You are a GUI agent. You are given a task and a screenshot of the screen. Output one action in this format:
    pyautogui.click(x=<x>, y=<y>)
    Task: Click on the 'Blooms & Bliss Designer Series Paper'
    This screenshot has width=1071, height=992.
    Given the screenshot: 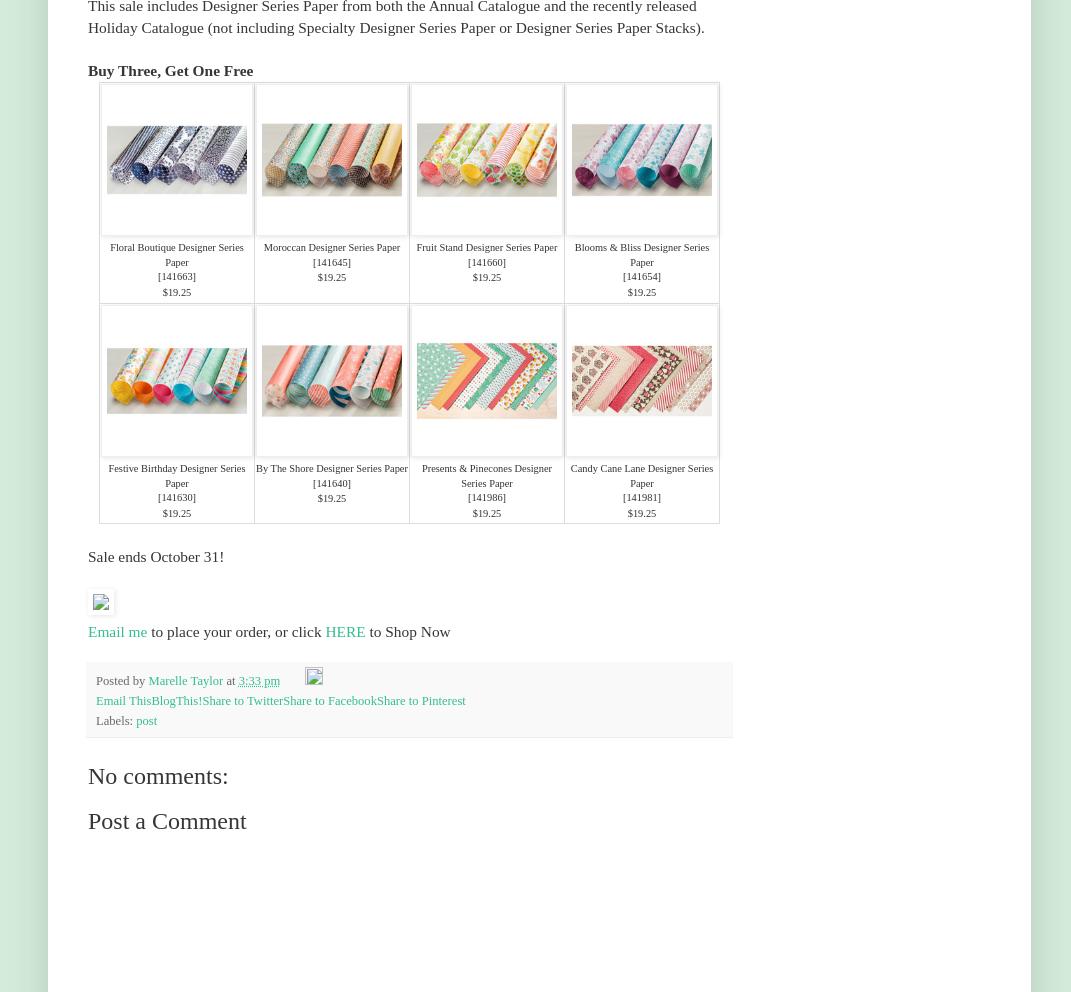 What is the action you would take?
    pyautogui.click(x=573, y=253)
    